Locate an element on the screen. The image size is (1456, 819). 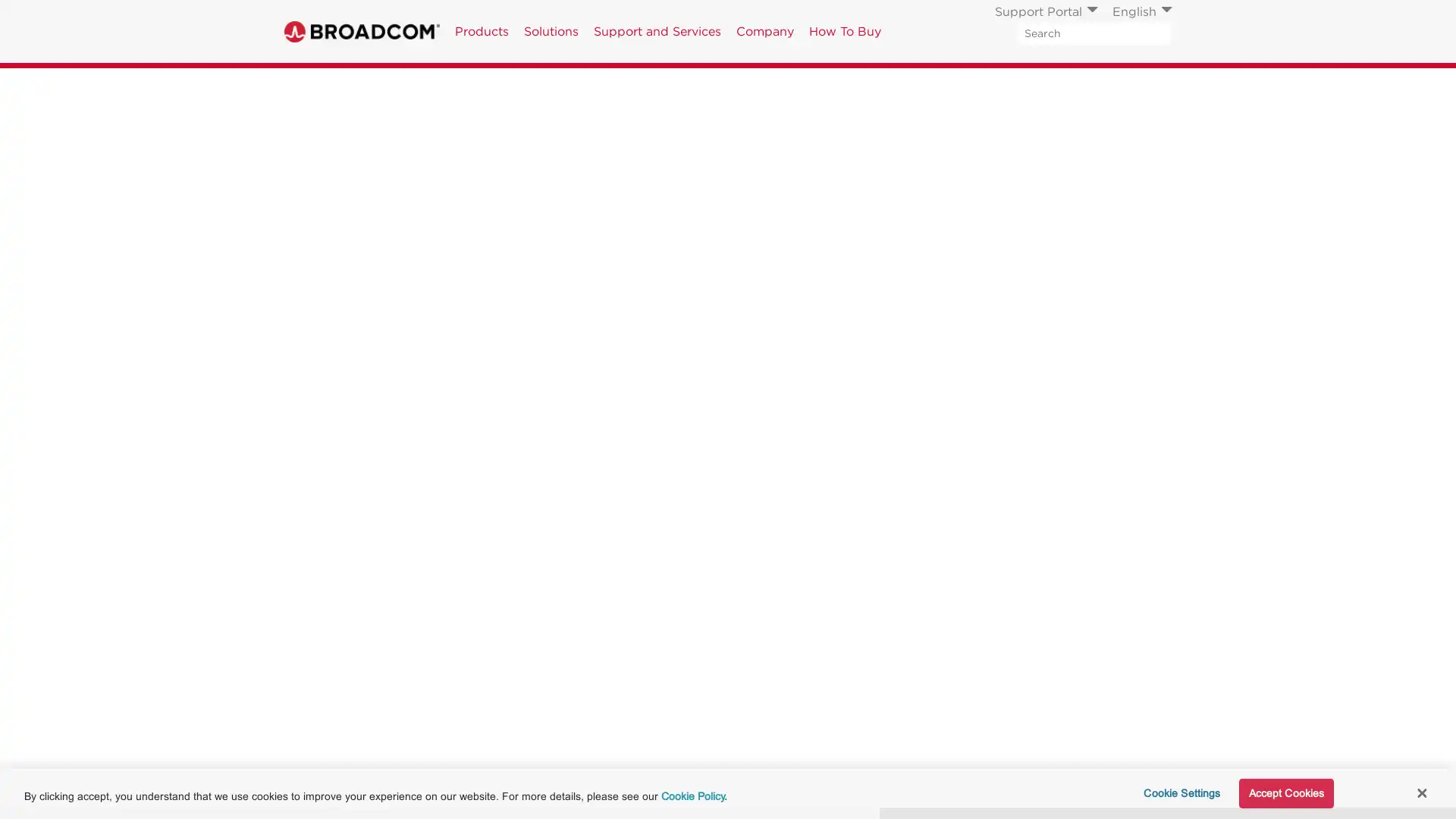
Solutions is located at coordinates (550, 31).